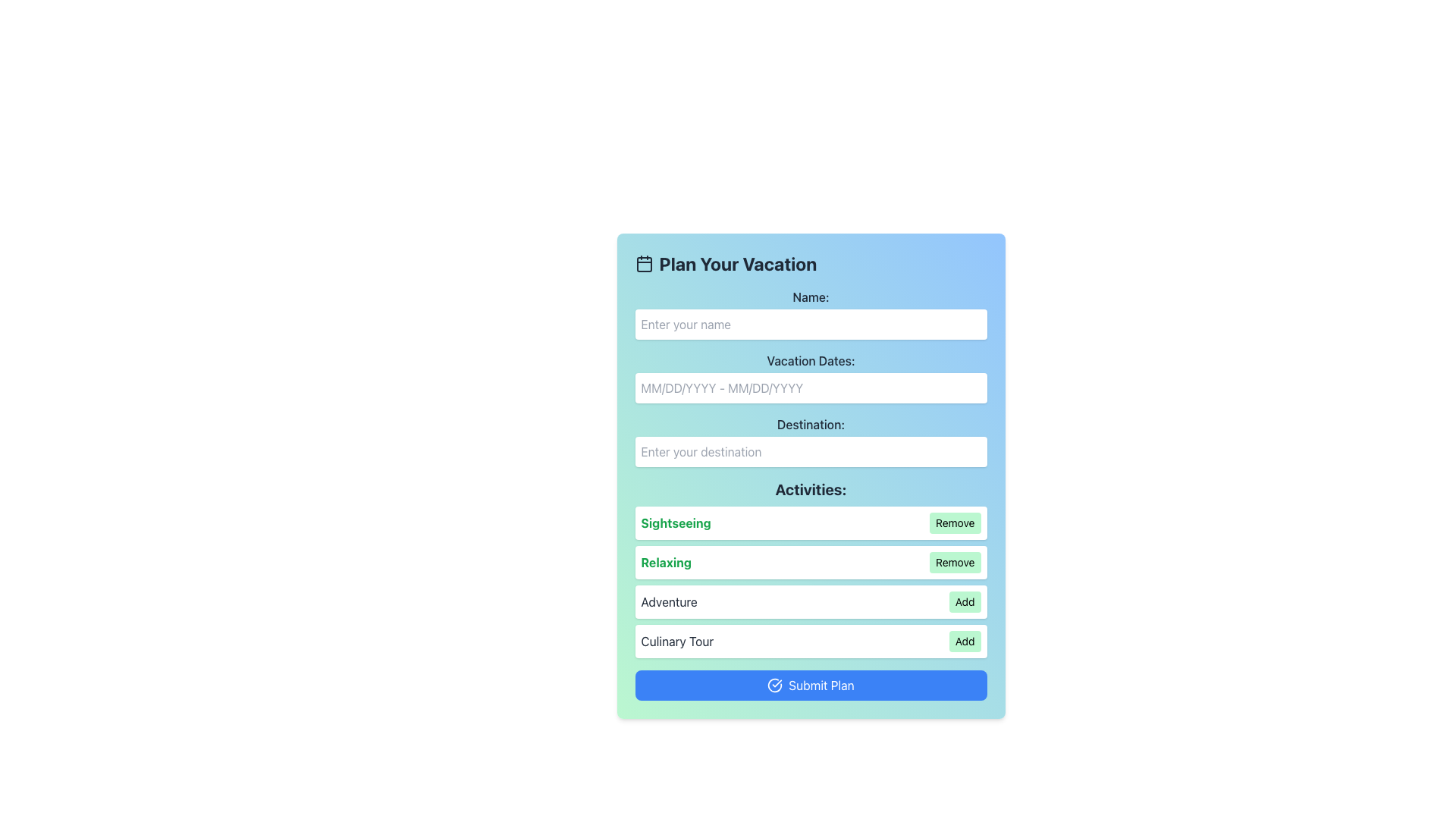 This screenshot has height=819, width=1456. Describe the element at coordinates (668, 601) in the screenshot. I see `the 'Adventure' text label in the 'Activities' section, which is styled in dark gray on a white background and positioned between 'Relaxing' and 'Culinary Tour'` at that location.